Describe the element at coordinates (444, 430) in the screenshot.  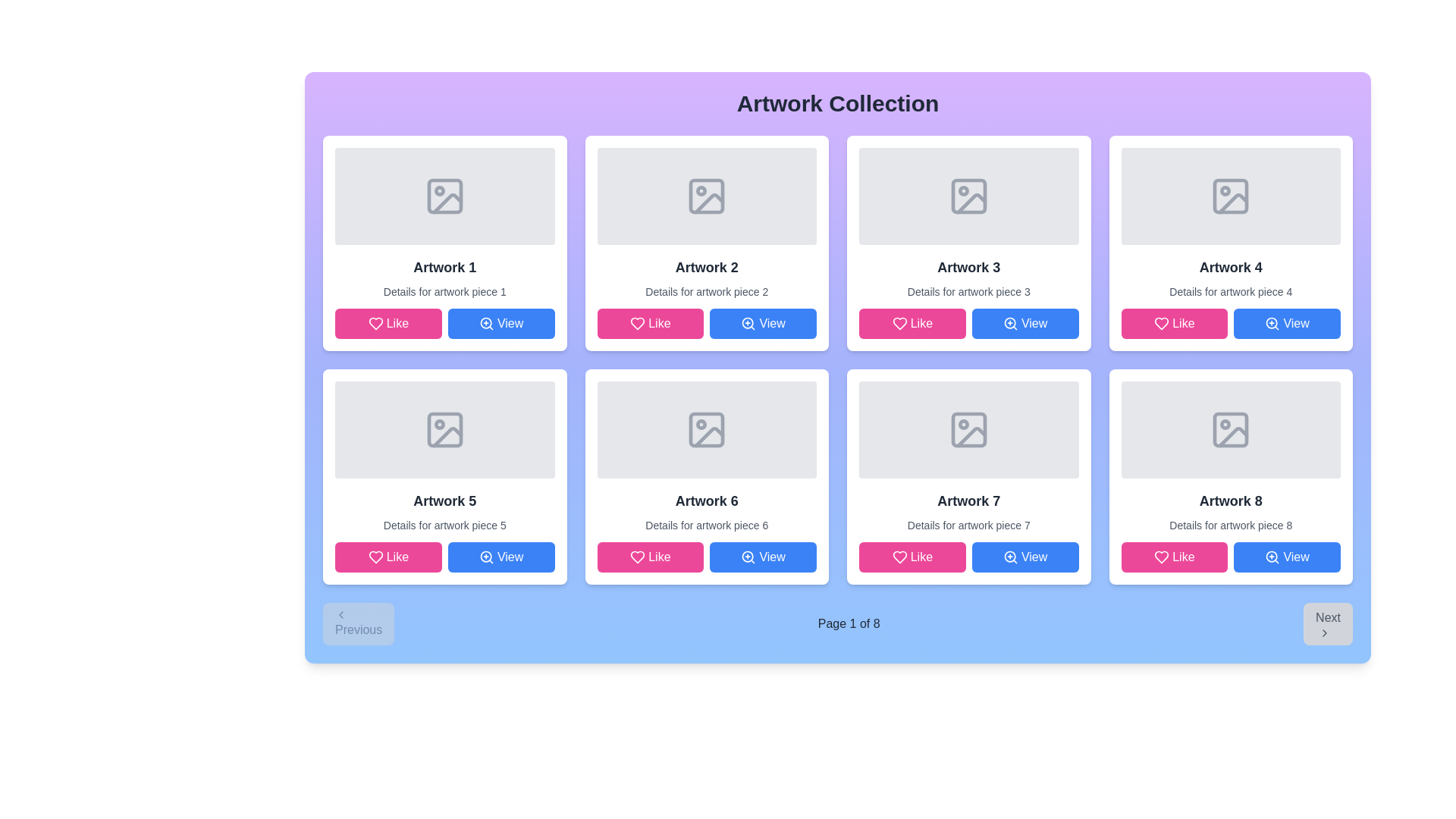
I see `the image placeholder located within the card labeled 'Artwork 5', which is situated in the bottom-left quadrant of the 2x4 grid layout, positioned above the text 'Artwork 5' and 'Details for artwork piece 5'` at that location.